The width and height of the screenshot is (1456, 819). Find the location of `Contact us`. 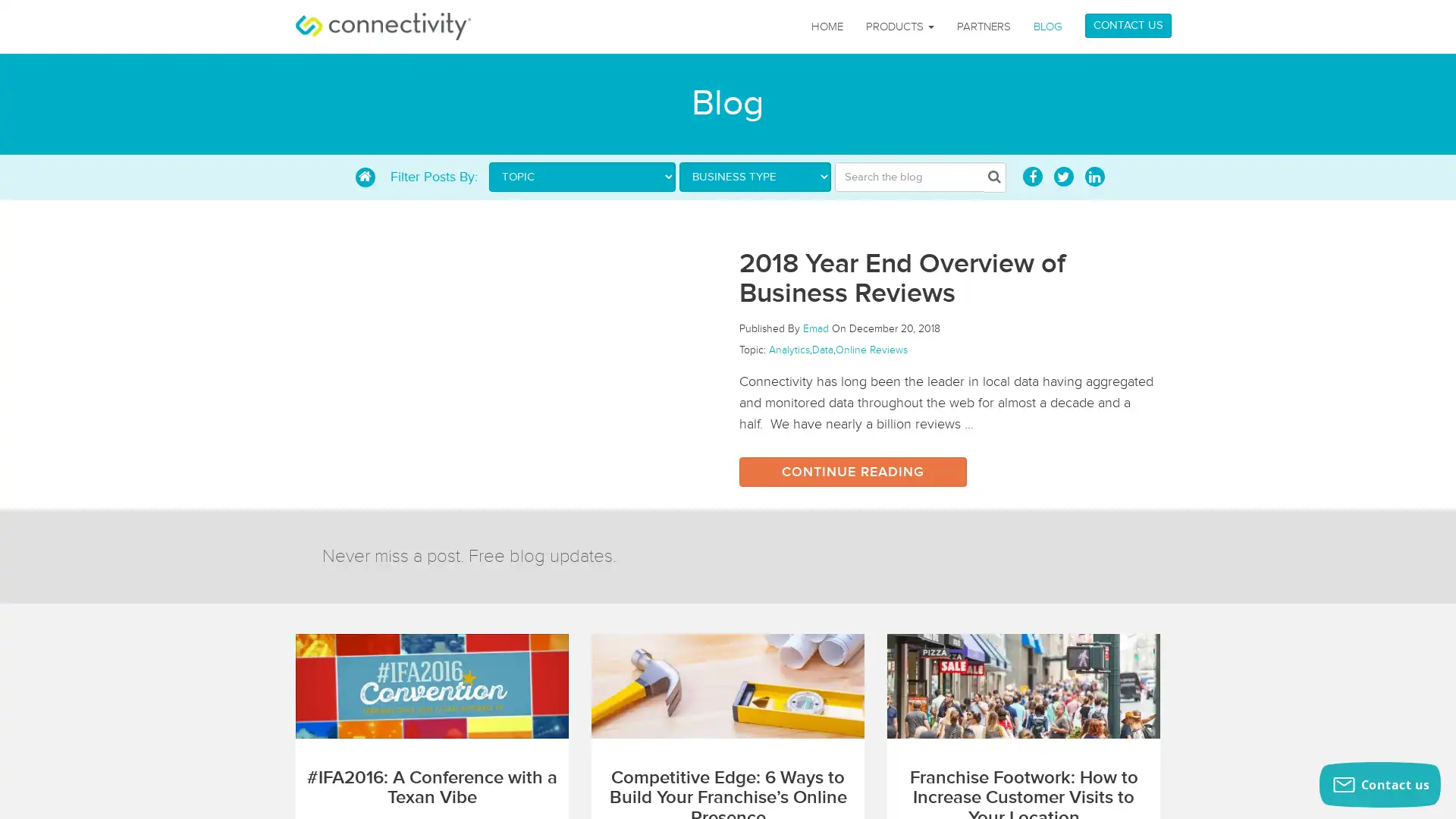

Contact us is located at coordinates (1379, 784).